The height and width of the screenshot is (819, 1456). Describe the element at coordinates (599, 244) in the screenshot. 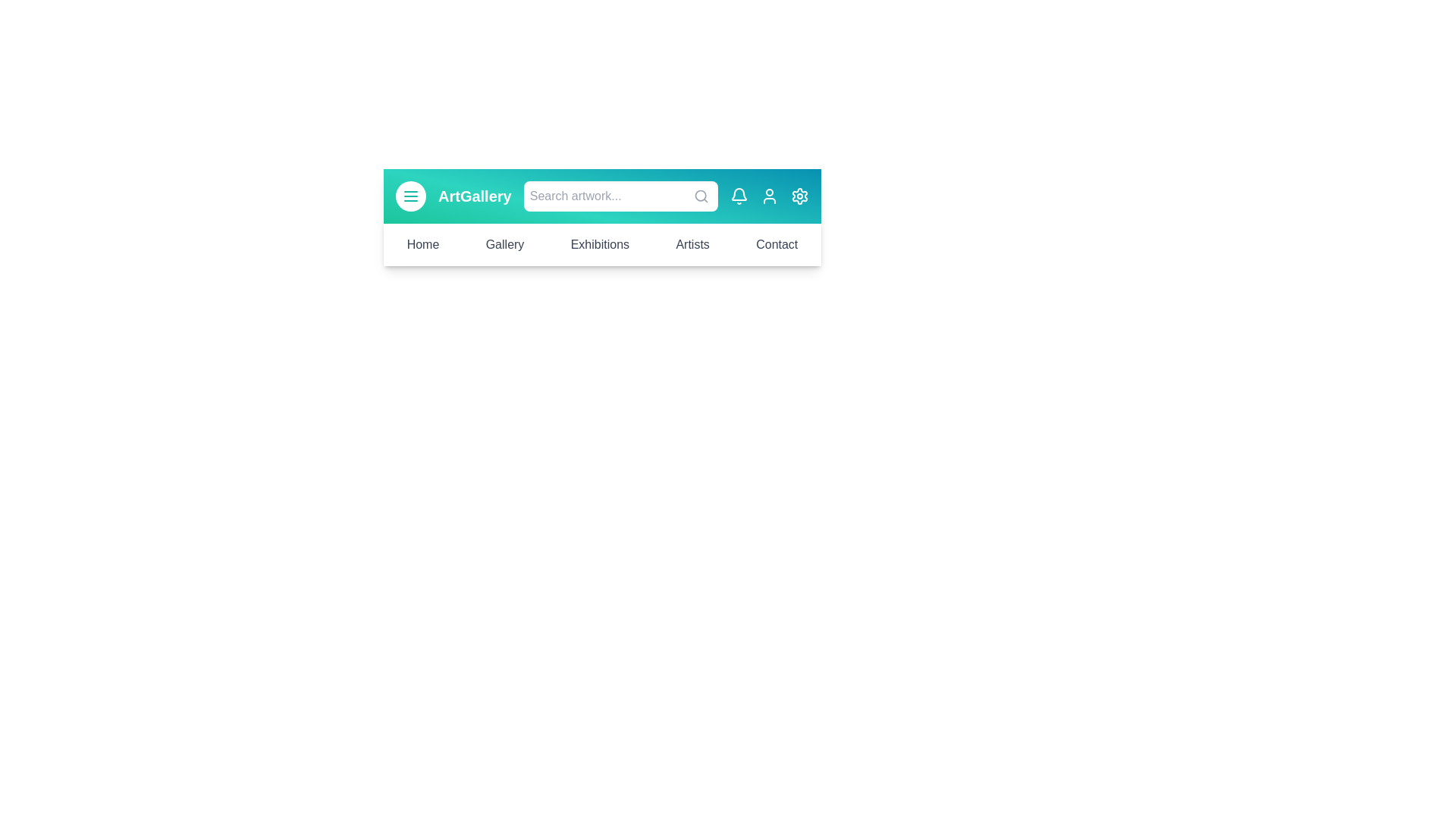

I see `the menu option Exhibitions to navigate to the corresponding section` at that location.